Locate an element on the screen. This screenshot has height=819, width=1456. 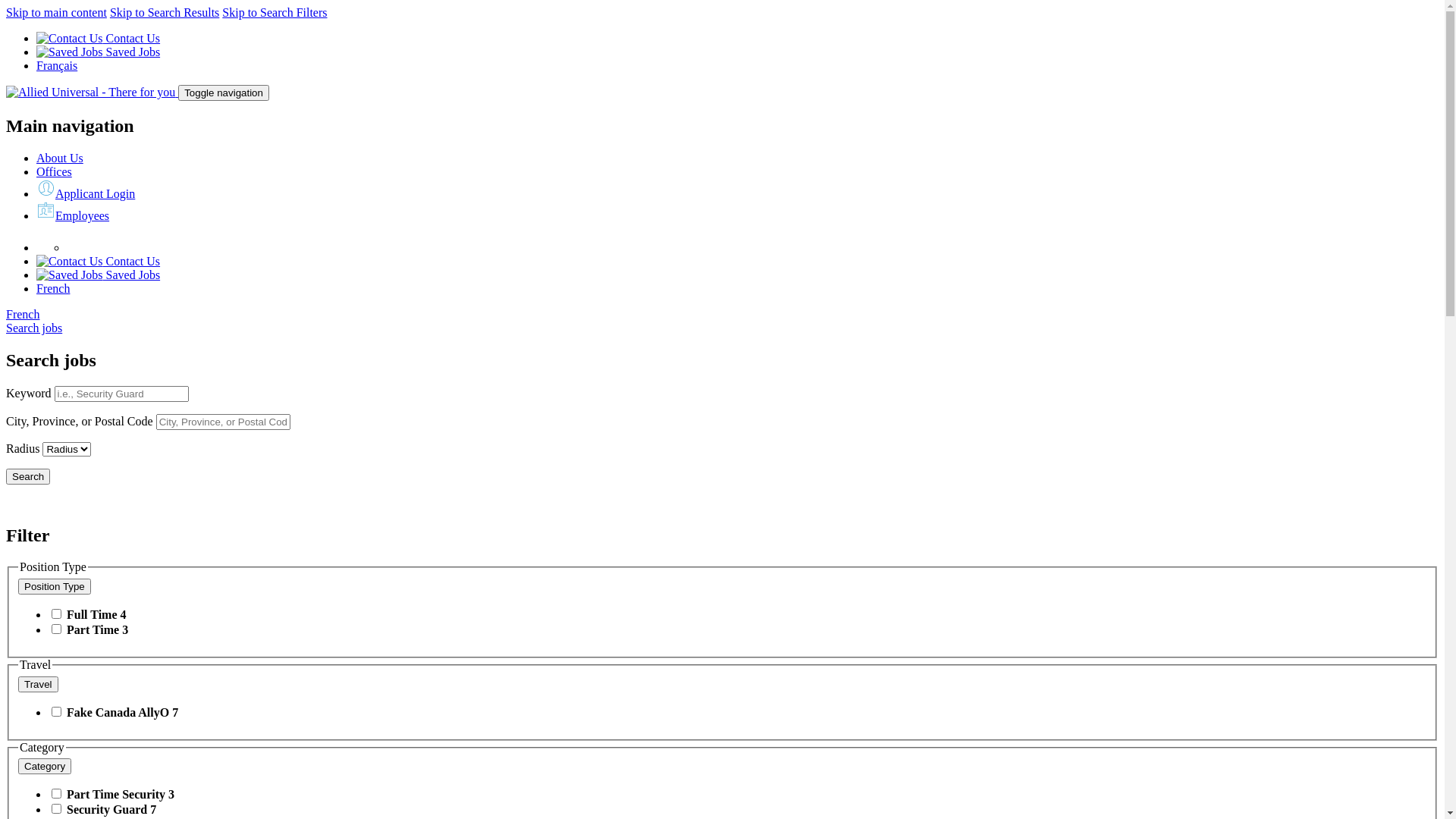
'French' is located at coordinates (22, 313).